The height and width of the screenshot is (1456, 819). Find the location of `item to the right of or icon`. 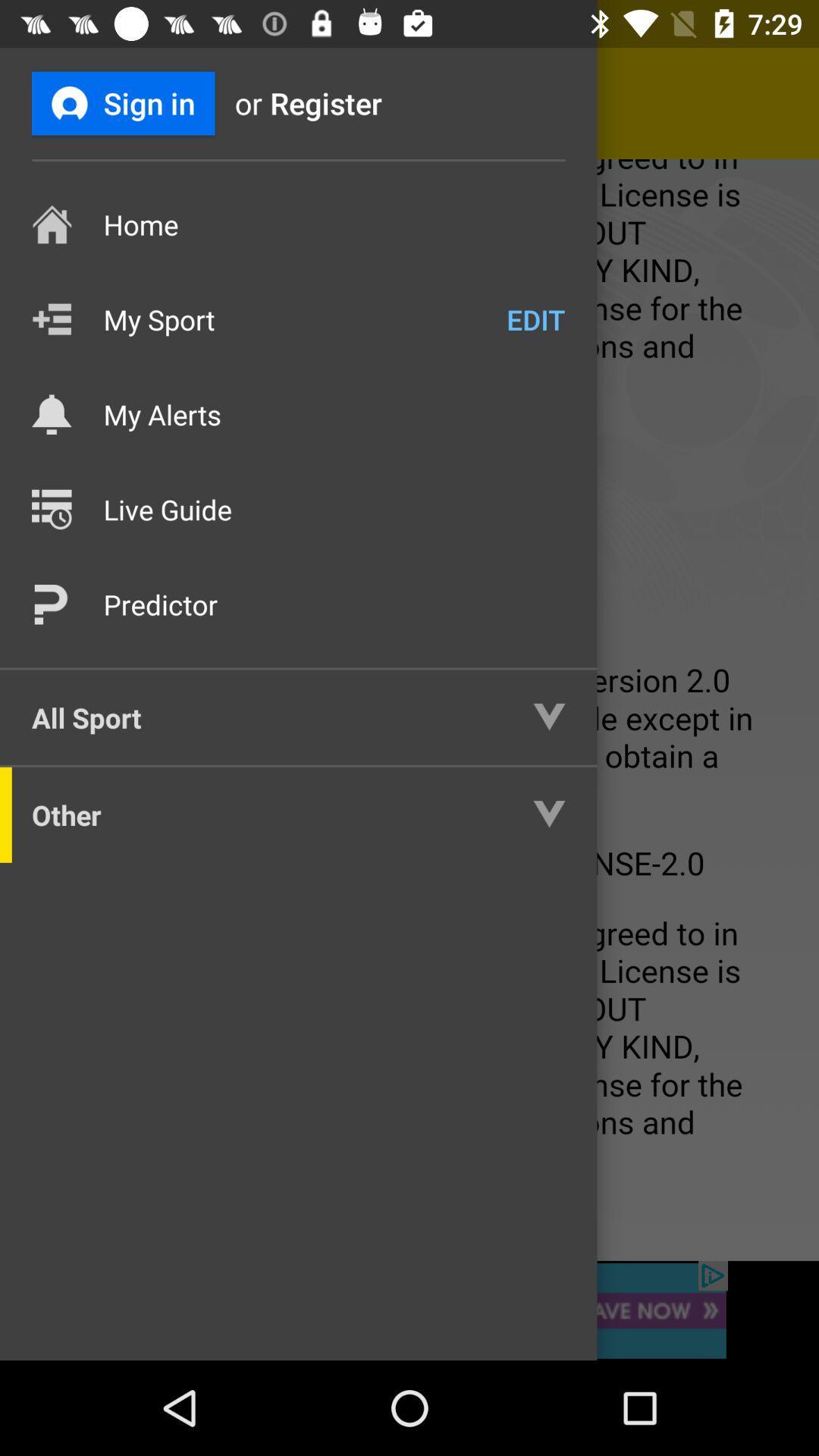

item to the right of or icon is located at coordinates (351, 102).